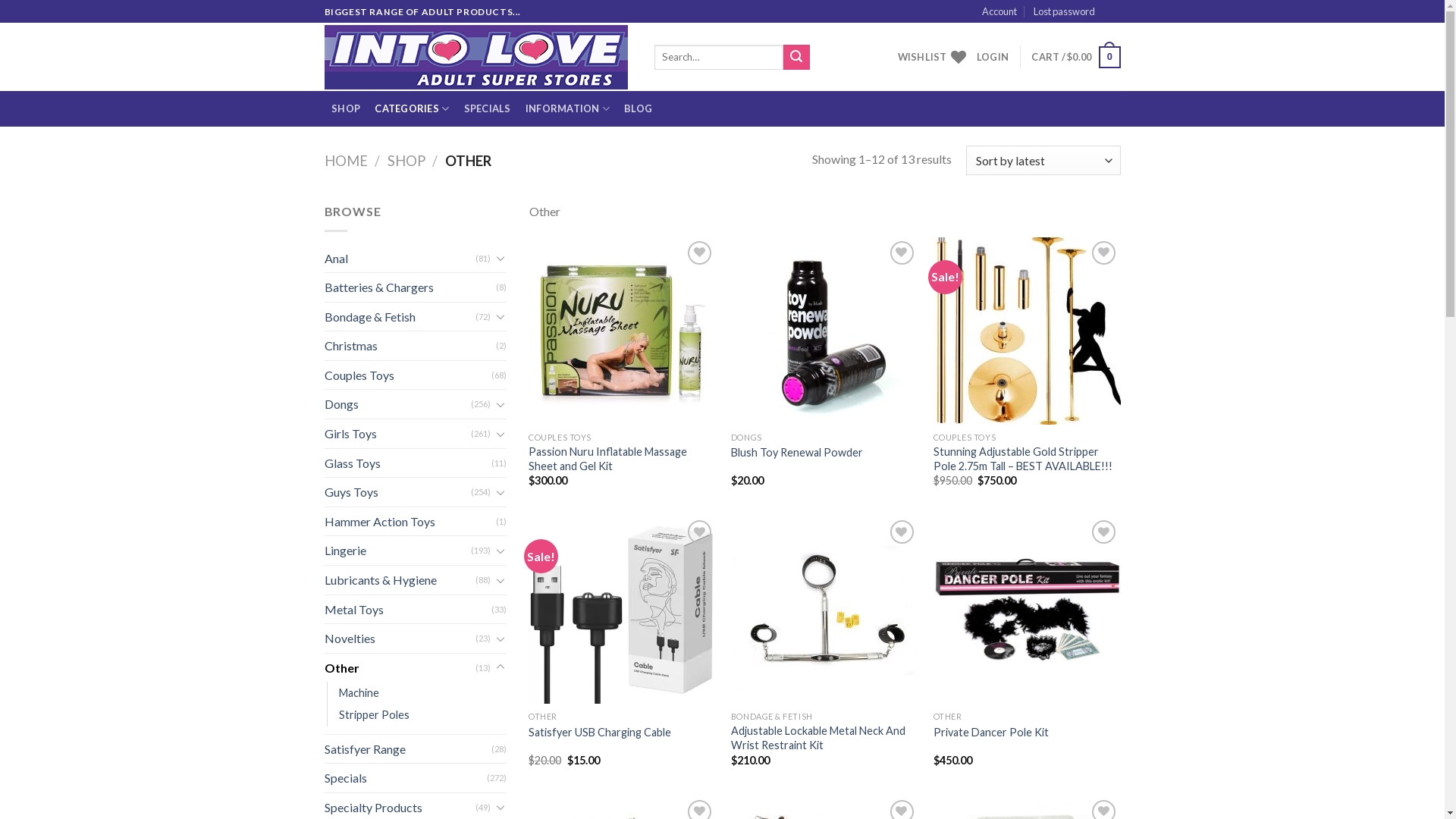  I want to click on 'SPECIALS', so click(455, 108).